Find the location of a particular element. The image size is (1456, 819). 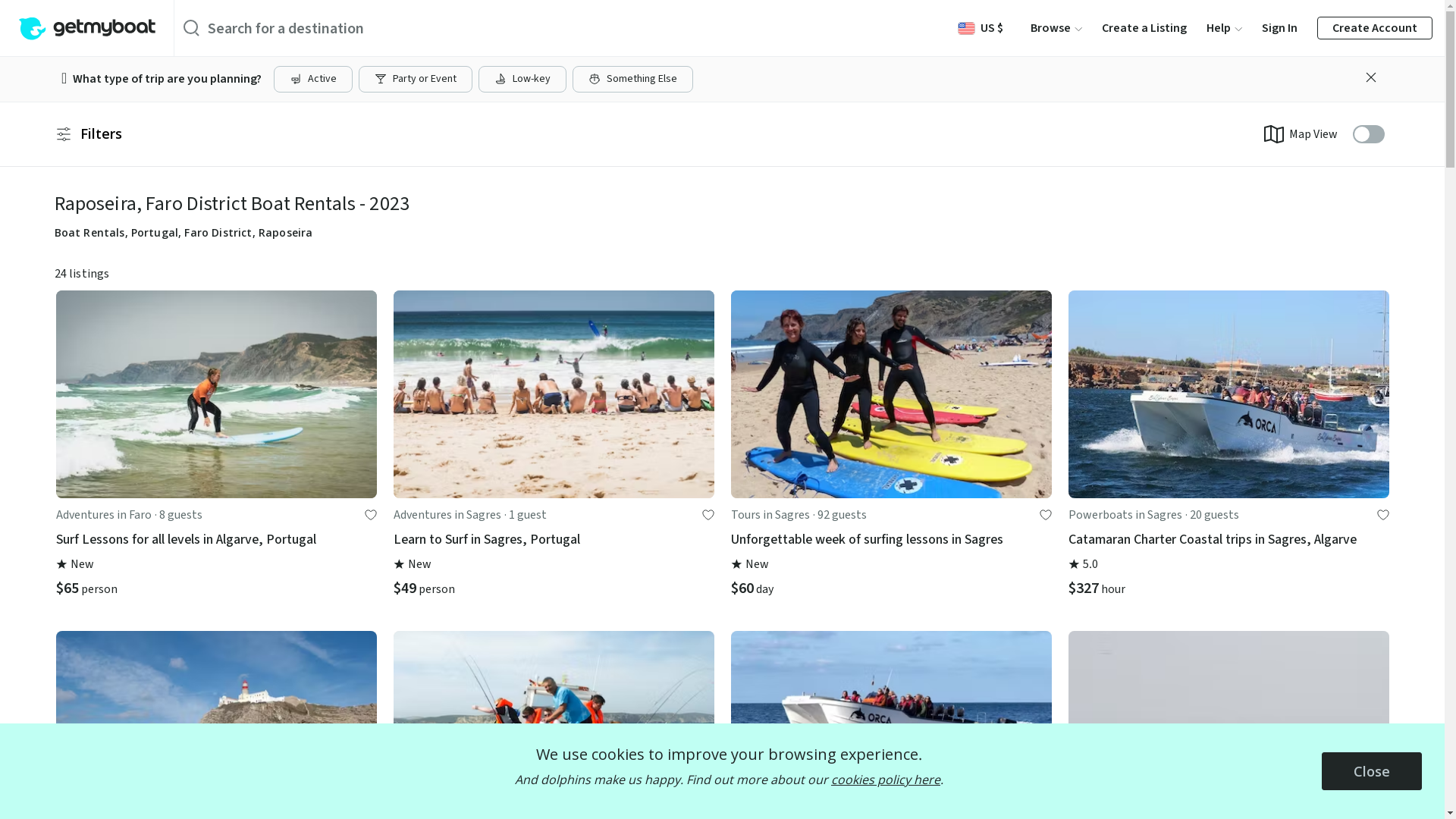

'Something Else' is located at coordinates (632, 79).